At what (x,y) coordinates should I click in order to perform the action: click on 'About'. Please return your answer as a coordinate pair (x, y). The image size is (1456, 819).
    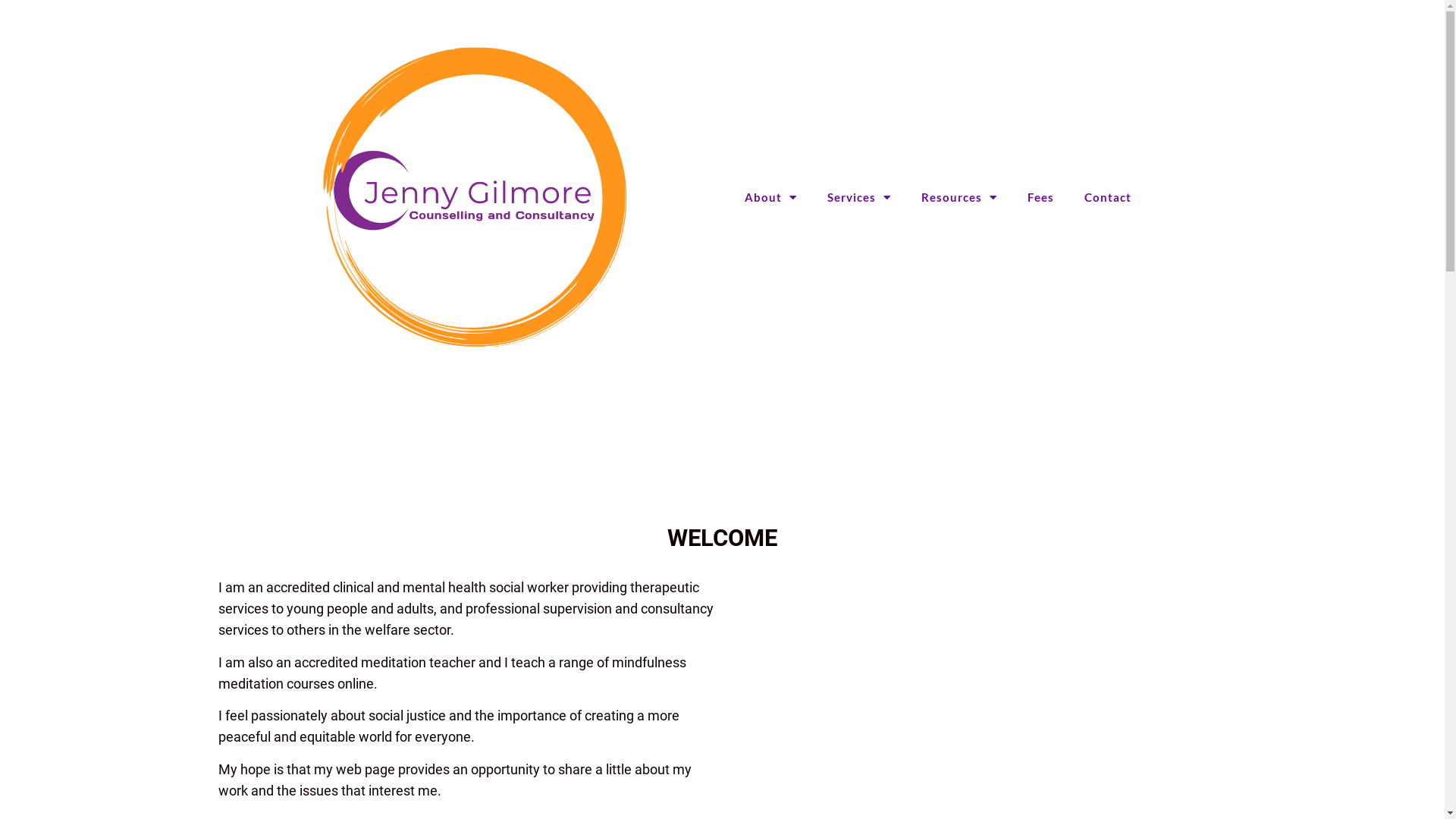
    Looking at the image, I should click on (770, 196).